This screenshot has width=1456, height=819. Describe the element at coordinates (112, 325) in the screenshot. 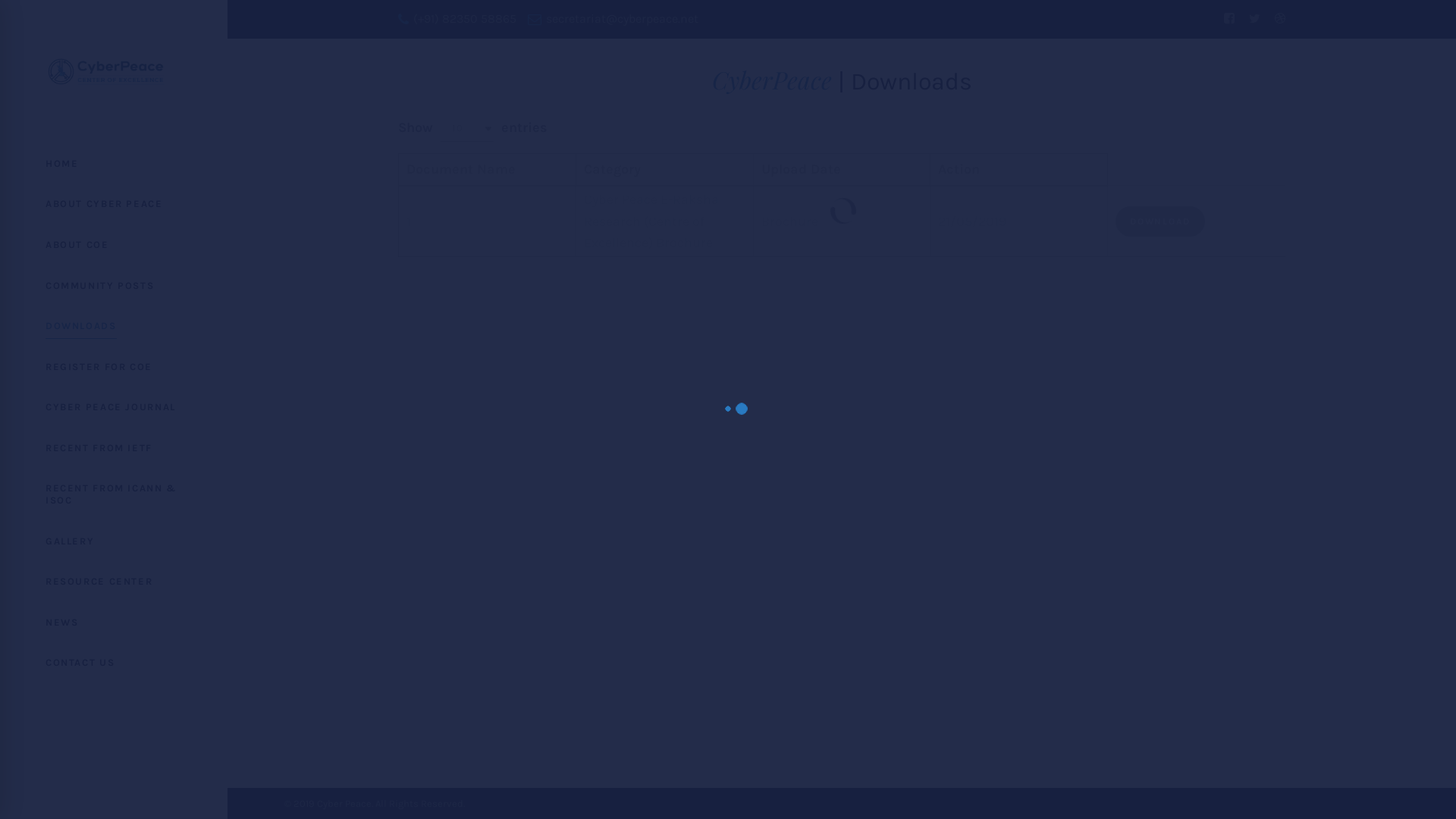

I see `'DOWNLOADS'` at that location.